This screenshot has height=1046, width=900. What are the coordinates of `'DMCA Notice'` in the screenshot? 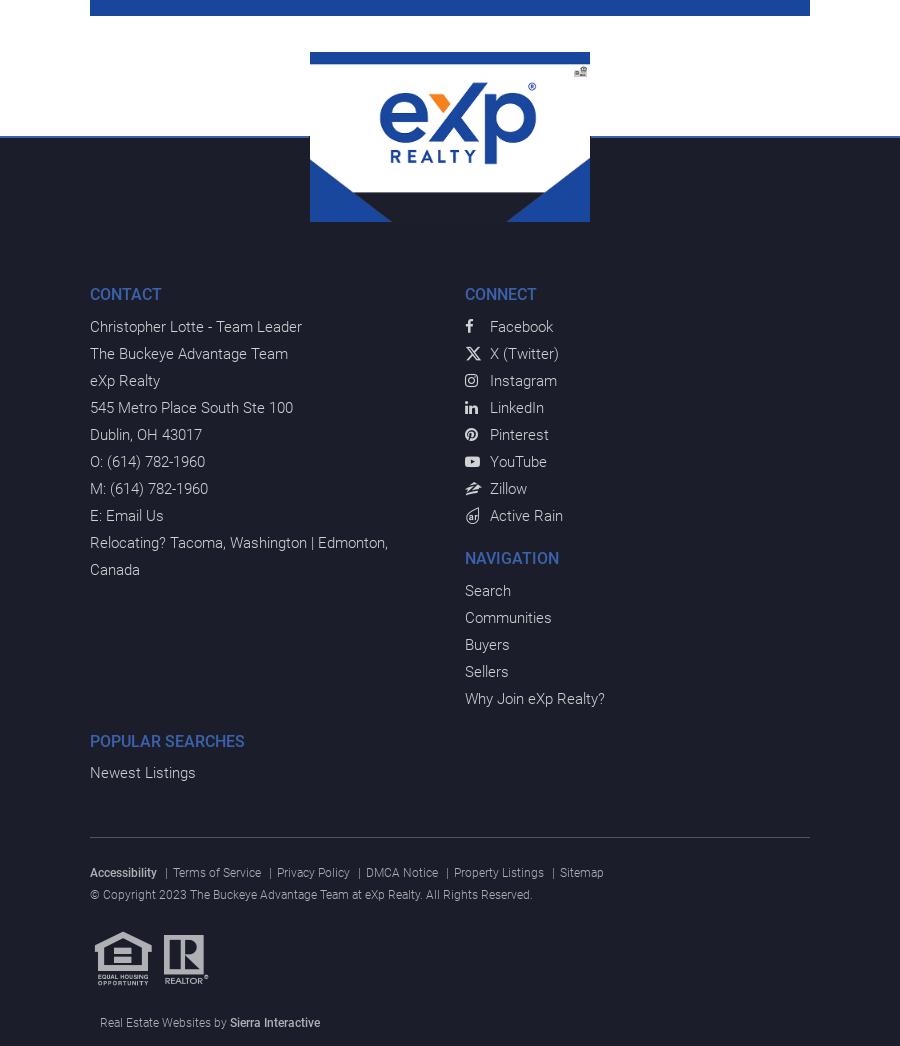 It's located at (402, 871).